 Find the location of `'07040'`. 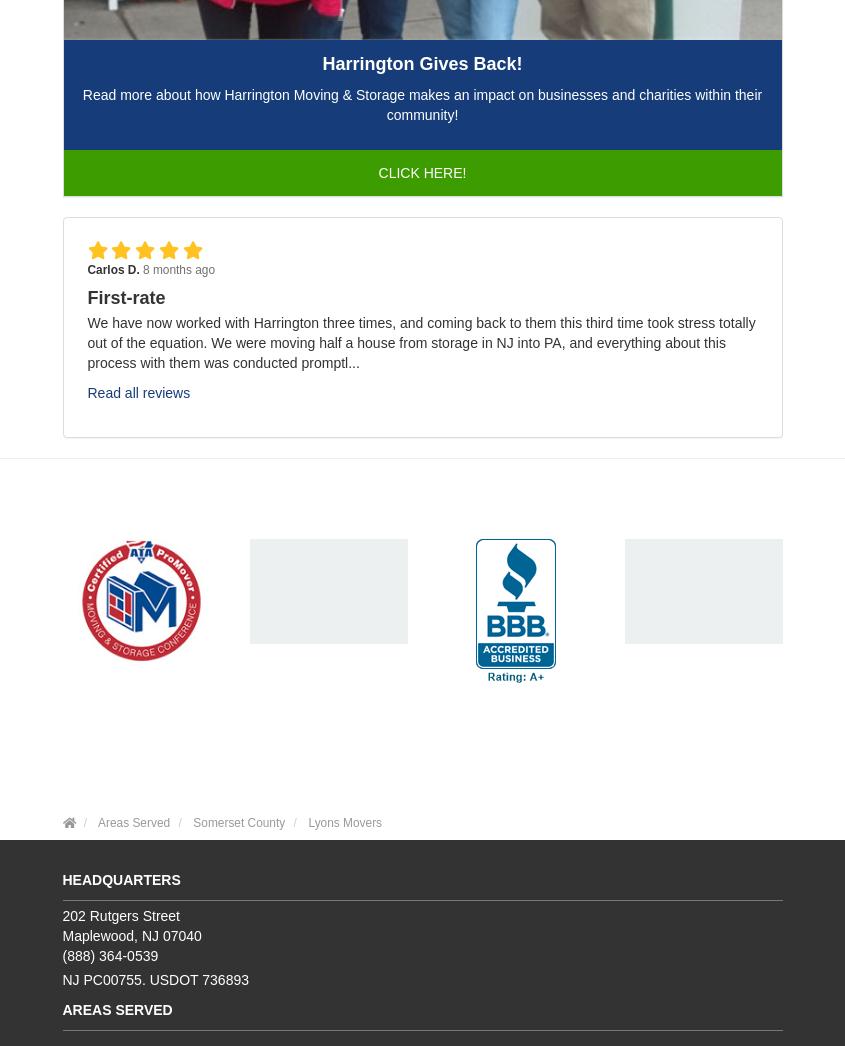

'07040' is located at coordinates (180, 935).